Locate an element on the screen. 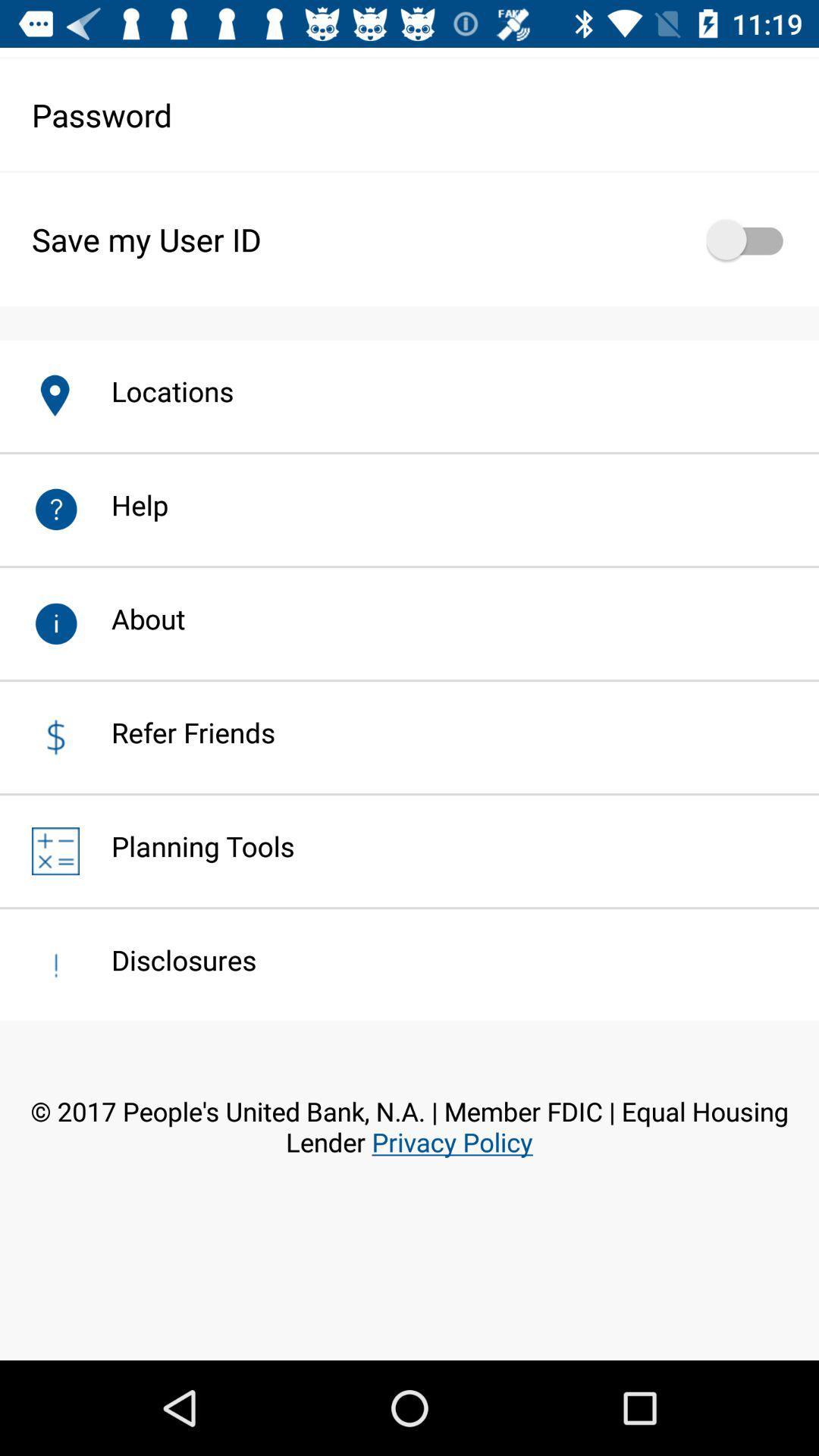  the planning tools app is located at coordinates (186, 846).